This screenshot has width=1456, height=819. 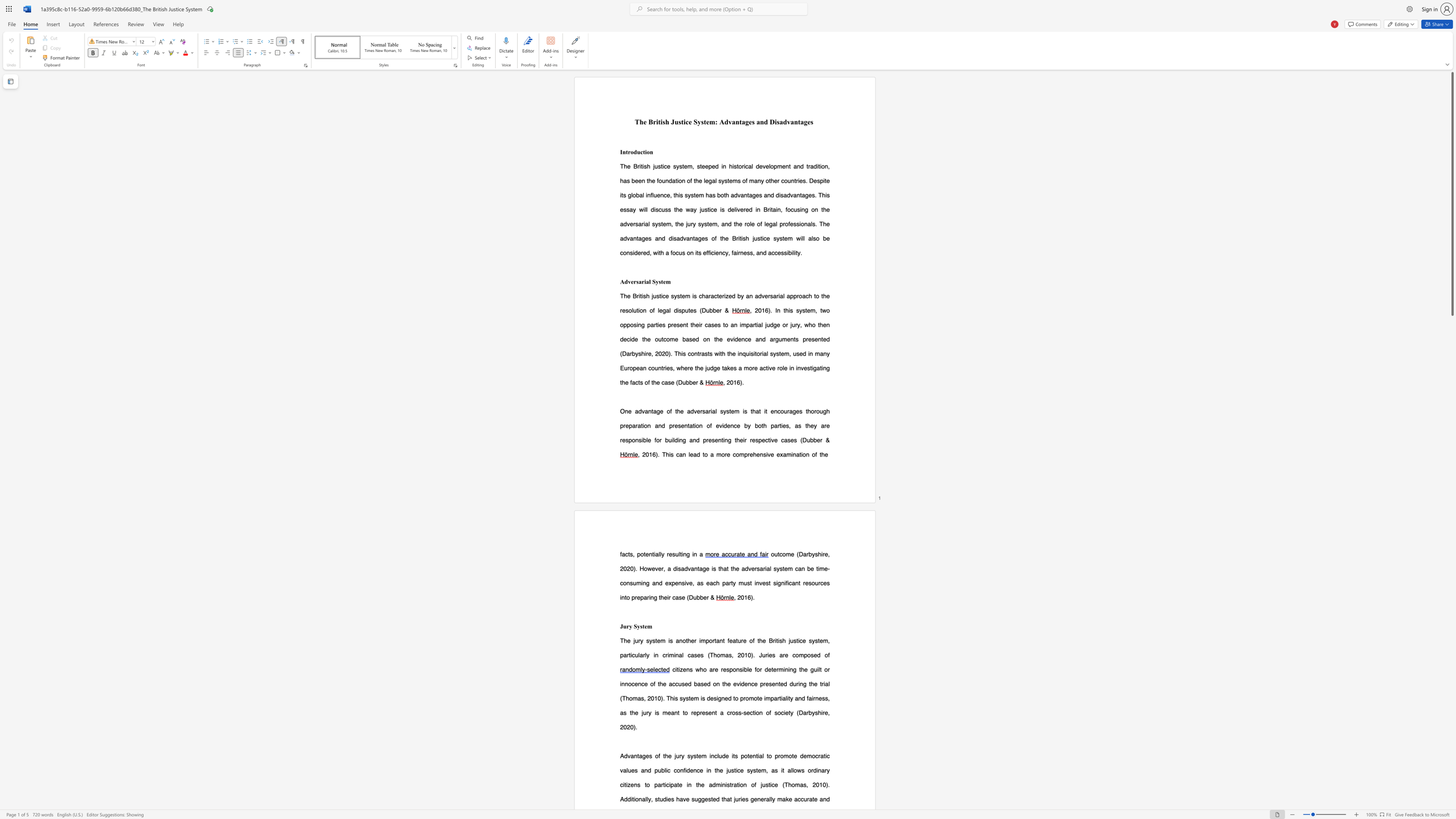 What do you see at coordinates (800, 553) in the screenshot?
I see `the 1th character "D" in the text` at bounding box center [800, 553].